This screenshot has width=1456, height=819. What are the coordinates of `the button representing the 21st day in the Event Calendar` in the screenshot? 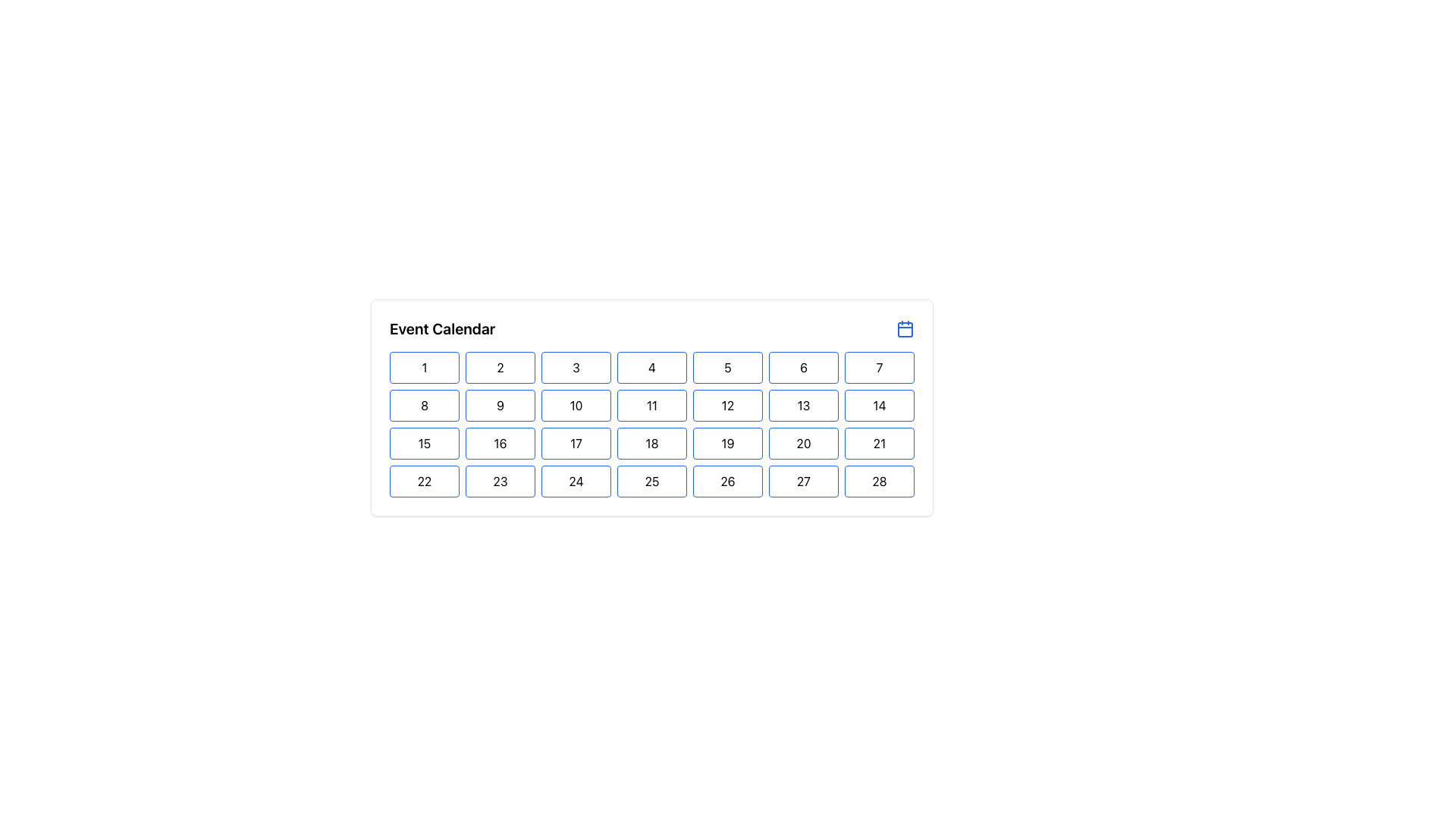 It's located at (880, 444).